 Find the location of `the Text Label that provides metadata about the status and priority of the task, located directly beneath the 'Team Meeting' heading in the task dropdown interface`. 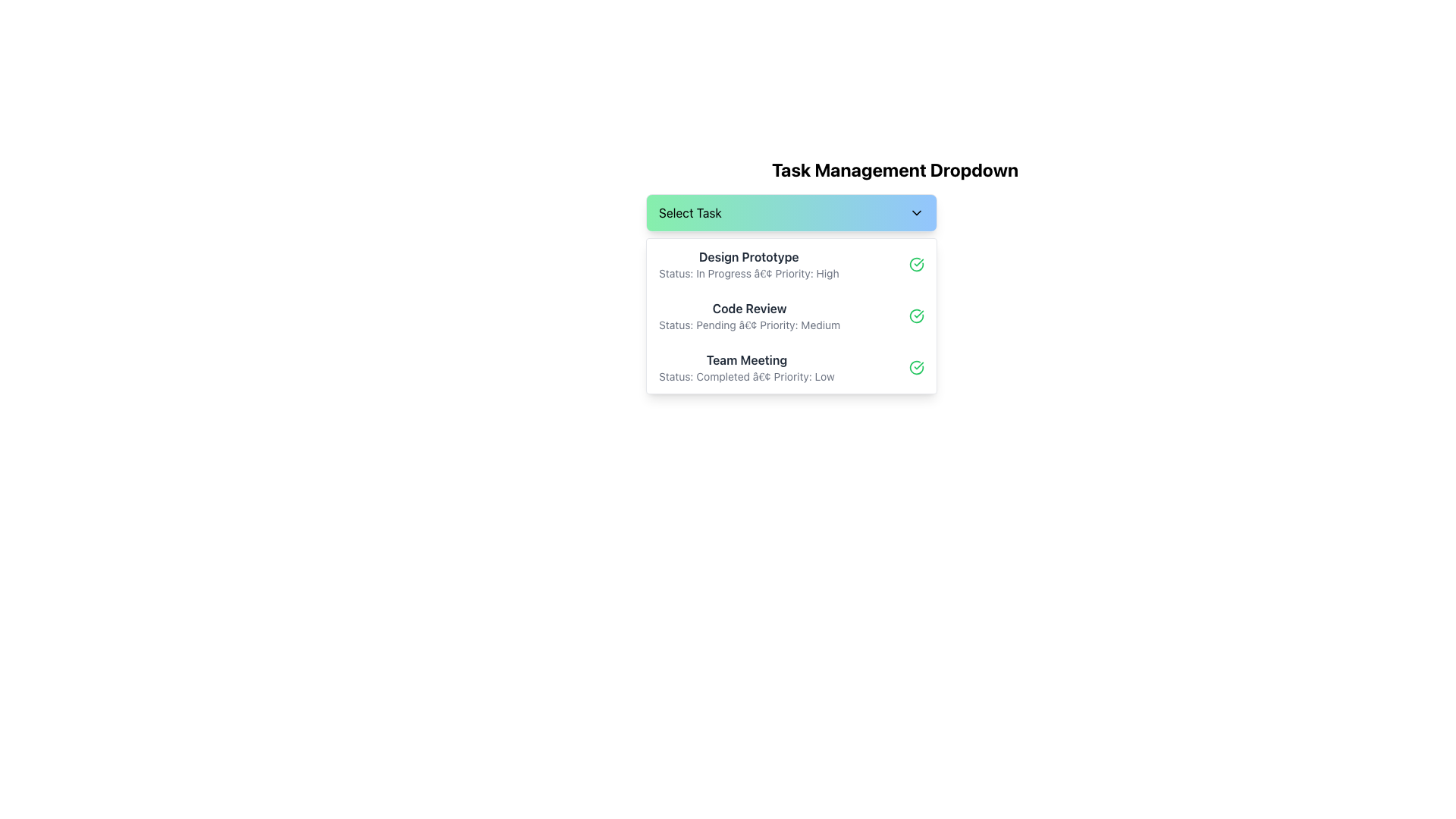

the Text Label that provides metadata about the status and priority of the task, located directly beneath the 'Team Meeting' heading in the task dropdown interface is located at coordinates (746, 376).